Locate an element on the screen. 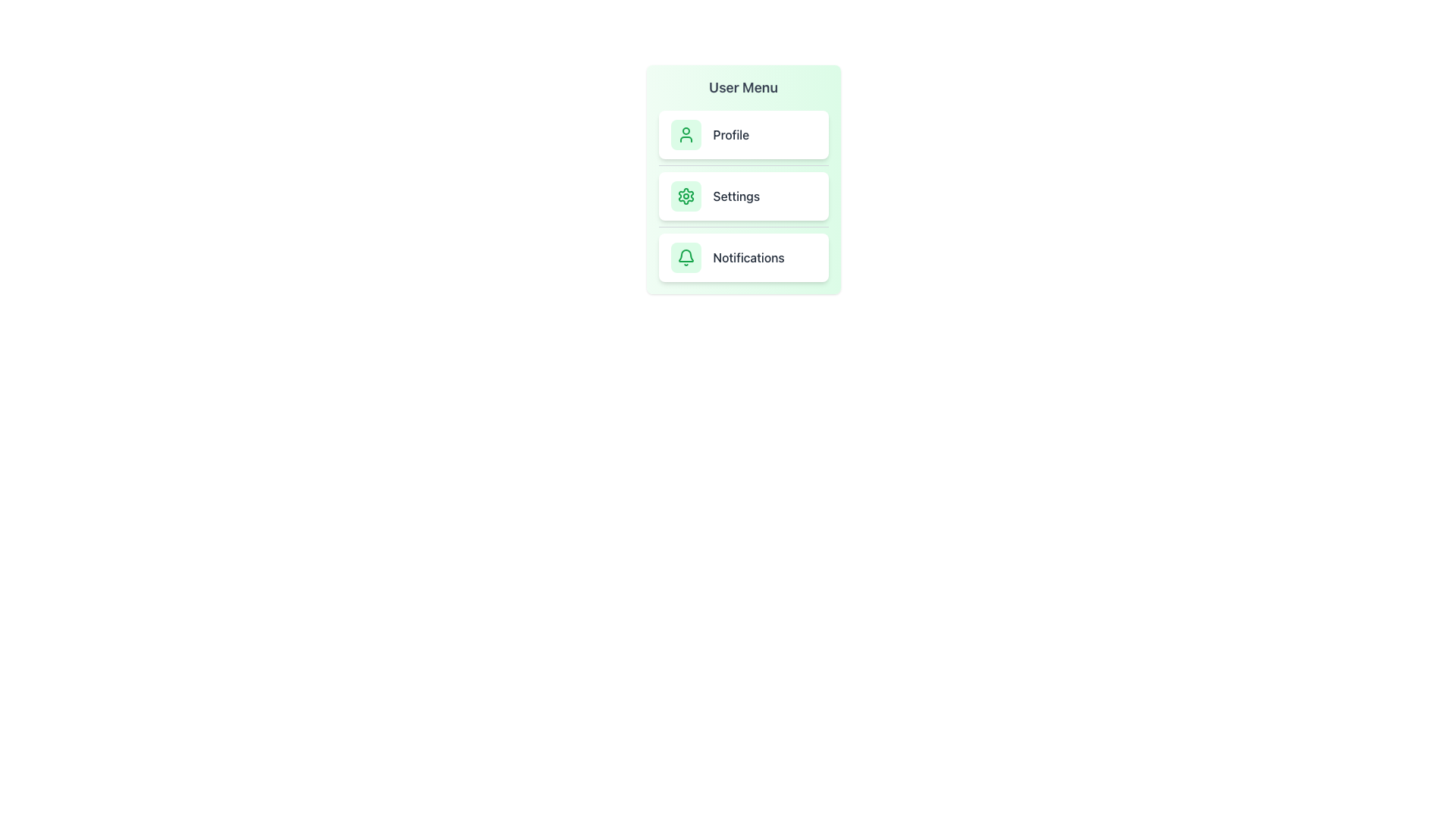 The height and width of the screenshot is (819, 1456). the gear-shaped icon in the user menu, which is the second icon listed next to the 'Settings' text label is located at coordinates (685, 195).